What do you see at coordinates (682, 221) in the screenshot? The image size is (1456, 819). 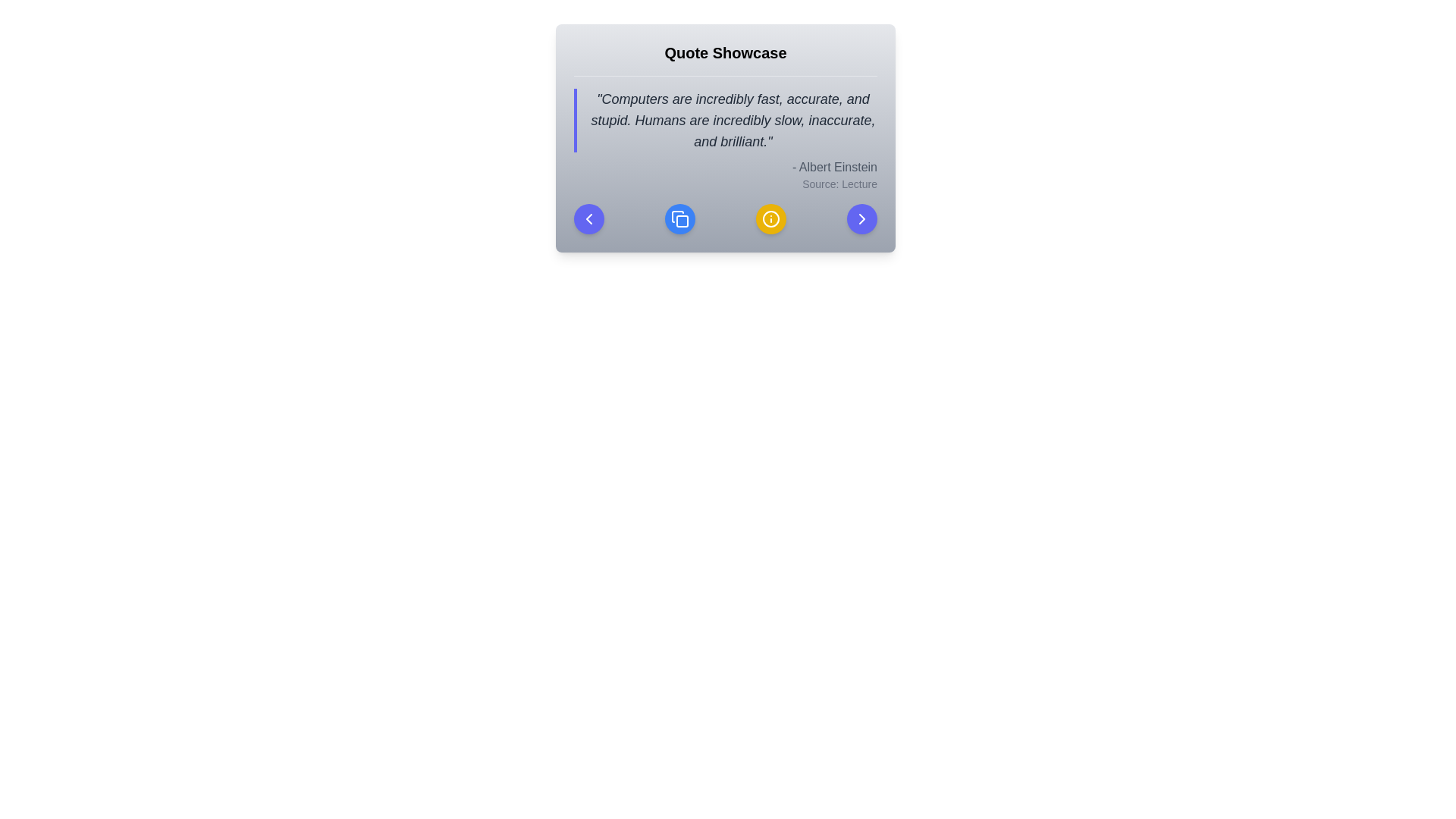 I see `the decorative SVG graphical element that visually represents a copy action, located in the lower center of the interface` at bounding box center [682, 221].